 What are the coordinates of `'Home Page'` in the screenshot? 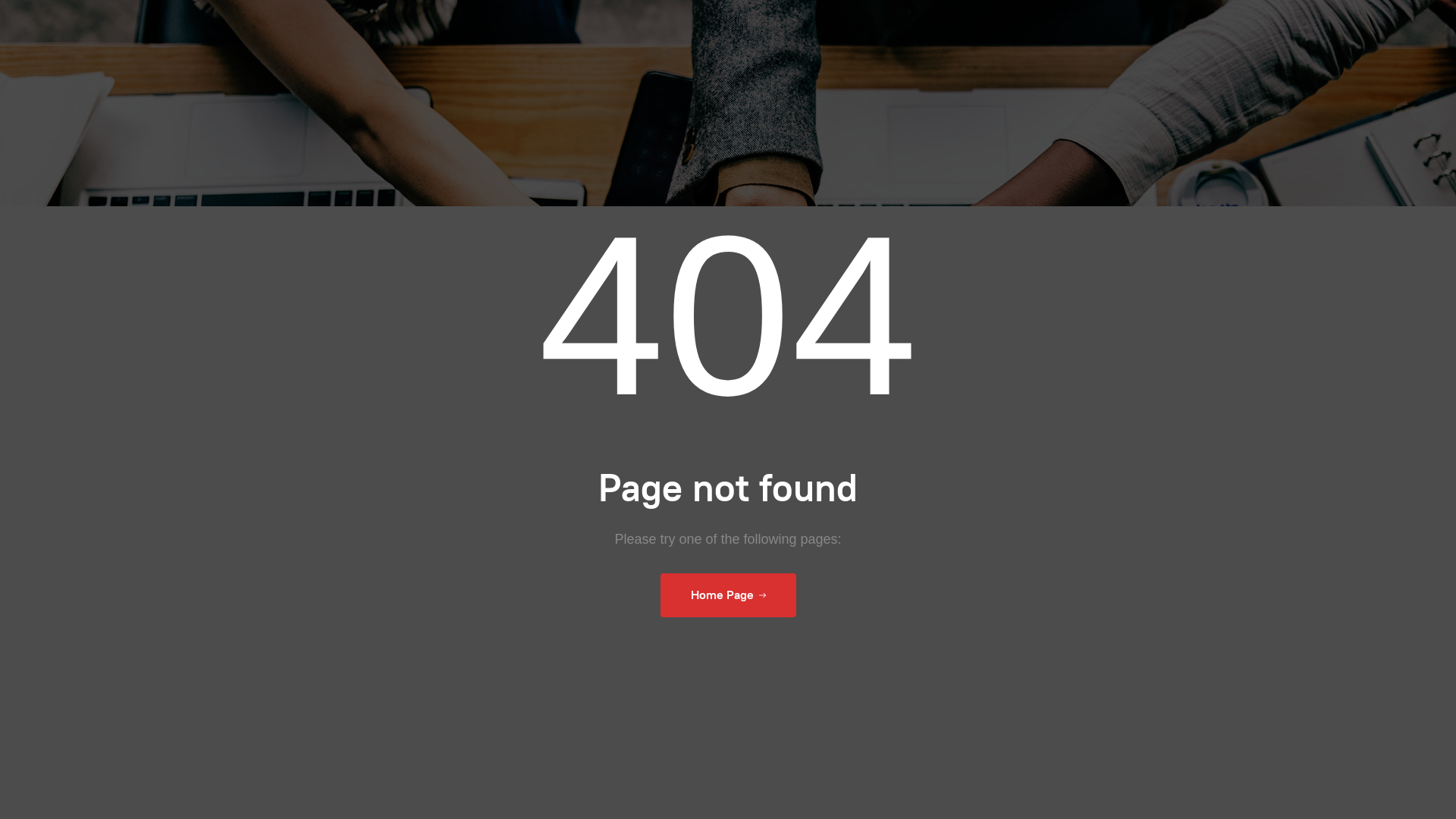 It's located at (726, 595).